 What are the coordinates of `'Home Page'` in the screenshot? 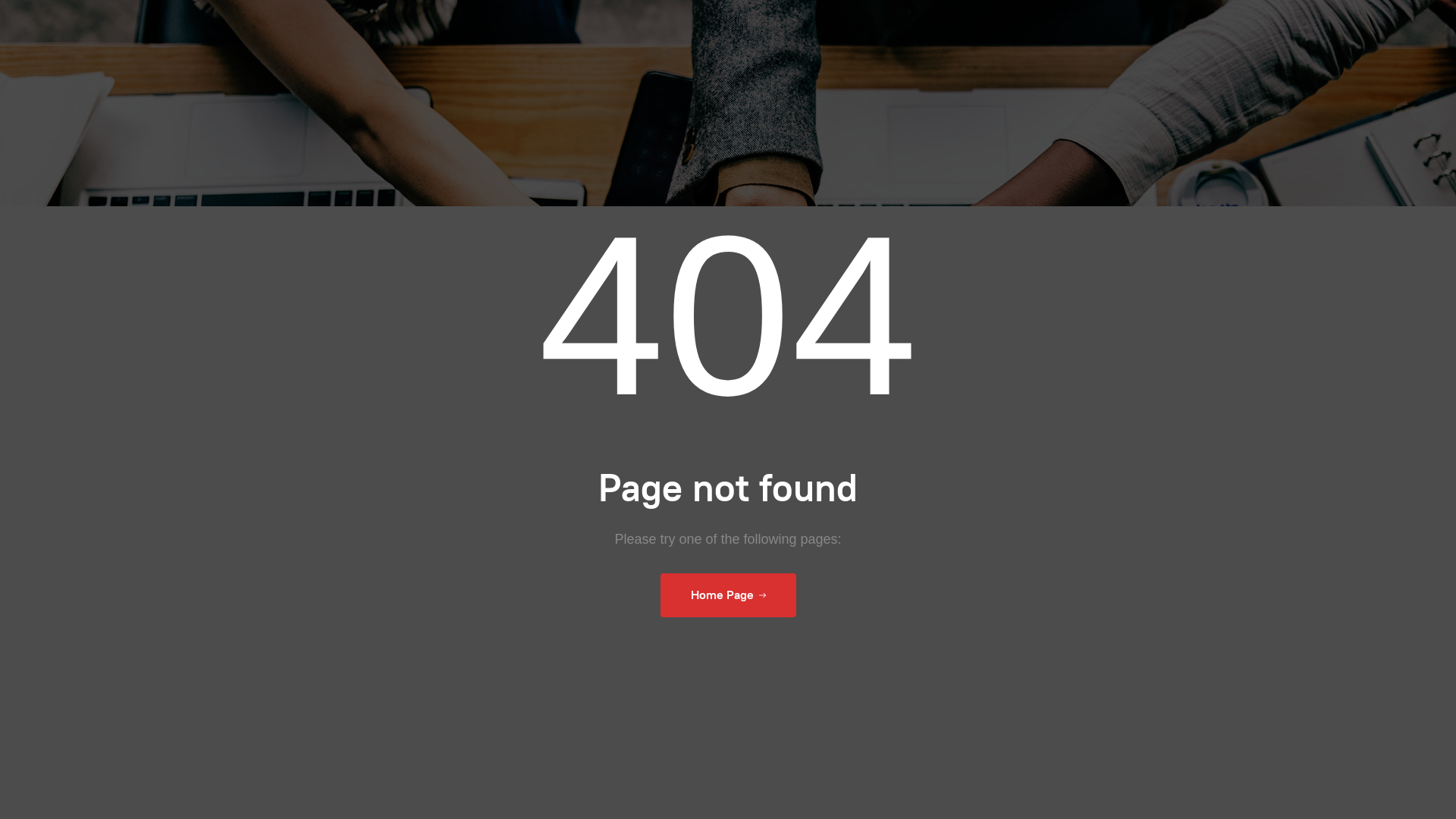 It's located at (726, 595).